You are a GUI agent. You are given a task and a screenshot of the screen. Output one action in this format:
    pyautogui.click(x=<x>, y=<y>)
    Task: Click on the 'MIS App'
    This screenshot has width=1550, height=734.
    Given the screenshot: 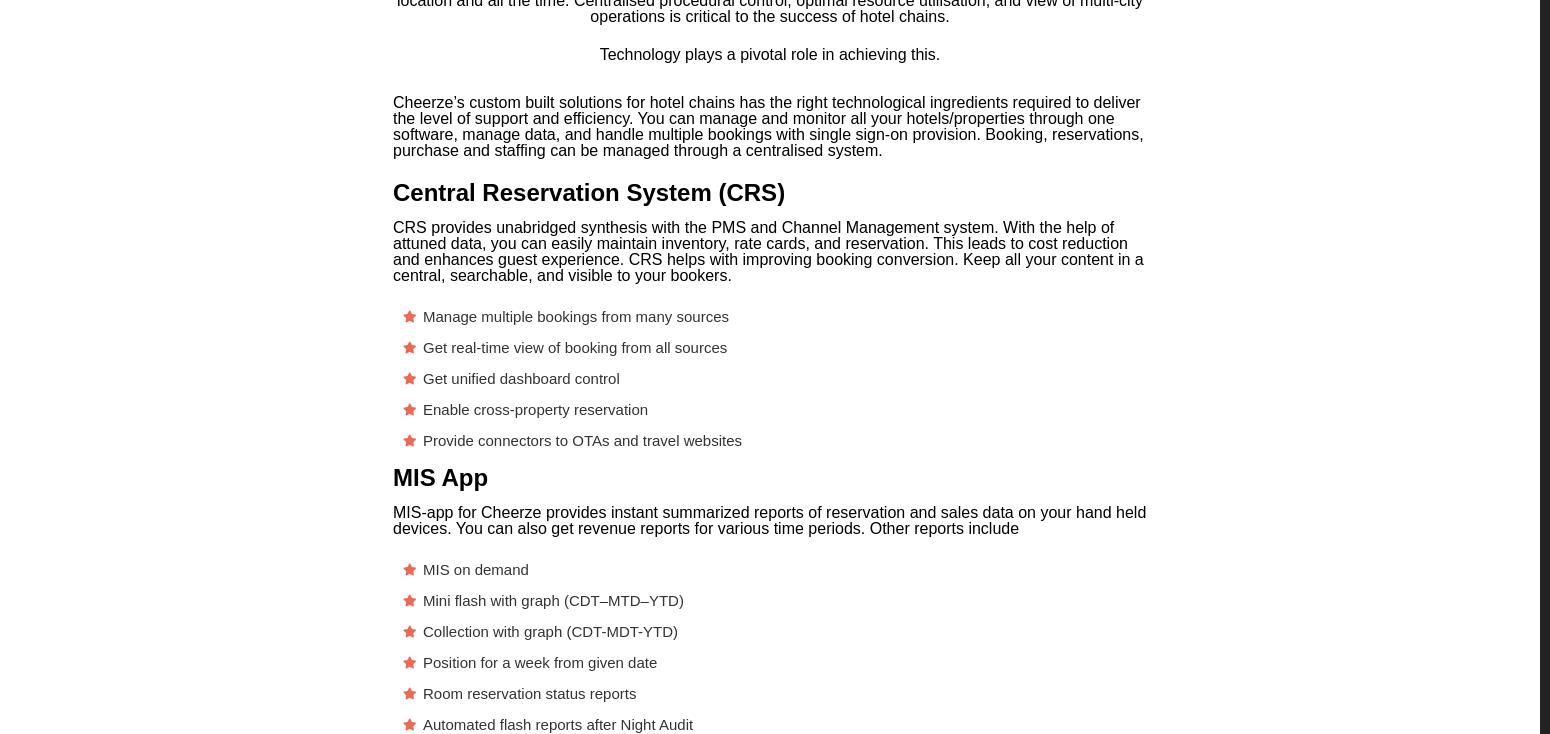 What is the action you would take?
    pyautogui.click(x=440, y=477)
    